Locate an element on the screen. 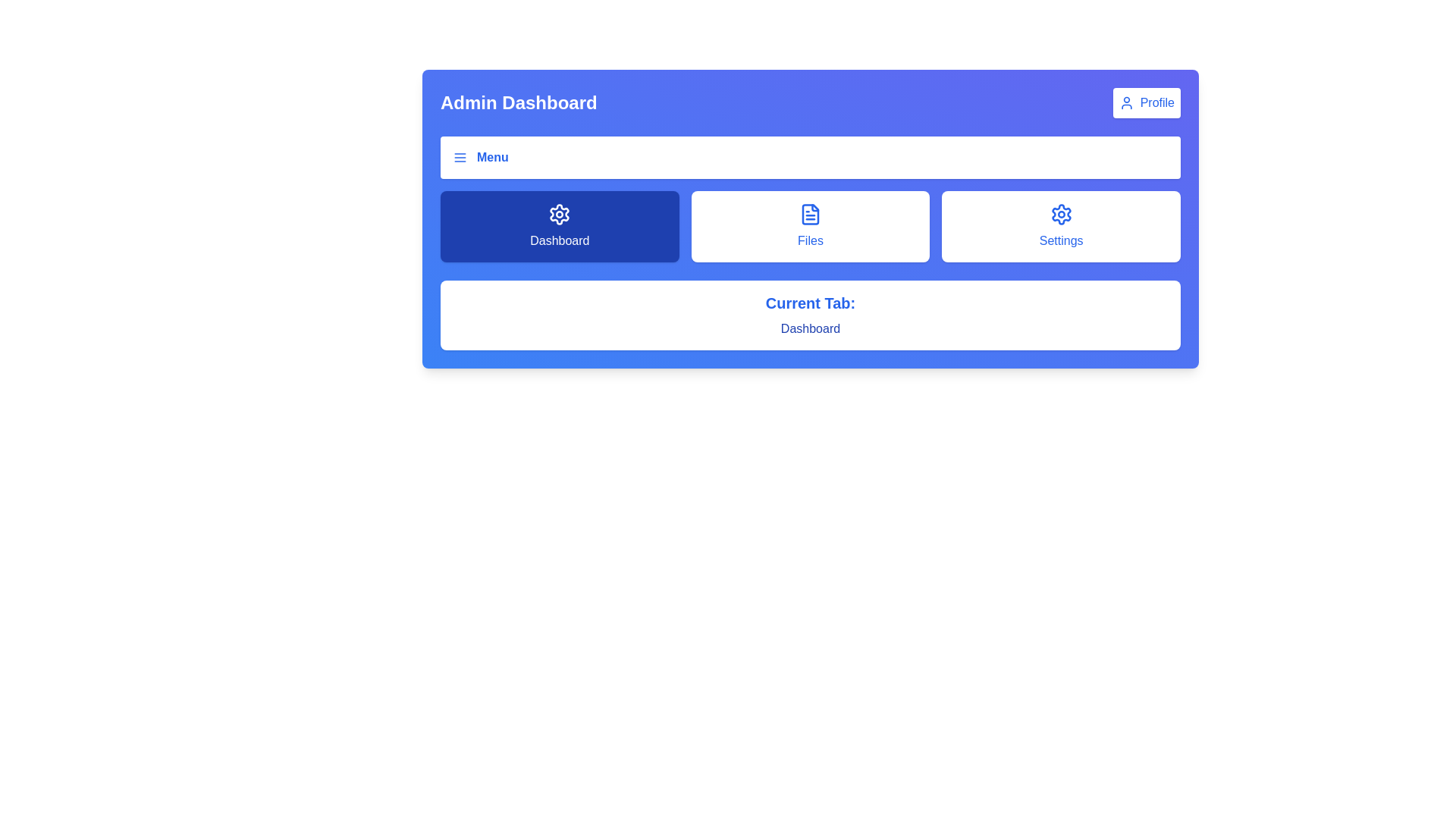 This screenshot has width=1456, height=819. the blue gear-shaped icon located in the 'Settings' section to activate hover effects is located at coordinates (1060, 214).